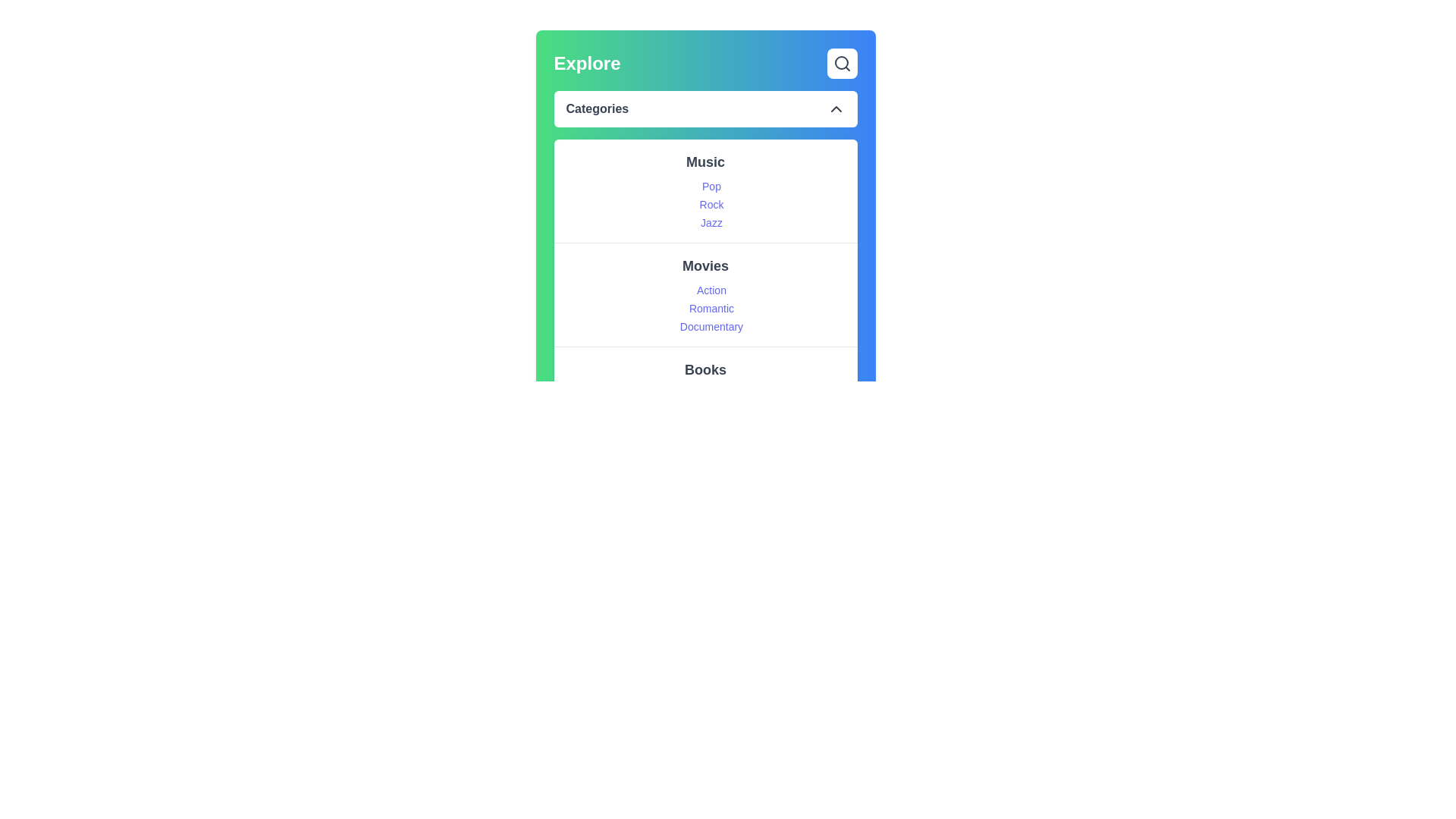 The height and width of the screenshot is (819, 1456). What do you see at coordinates (841, 63) in the screenshot?
I see `the search button located at the top-right corner under the 'Explore' label to initiate a search action` at bounding box center [841, 63].